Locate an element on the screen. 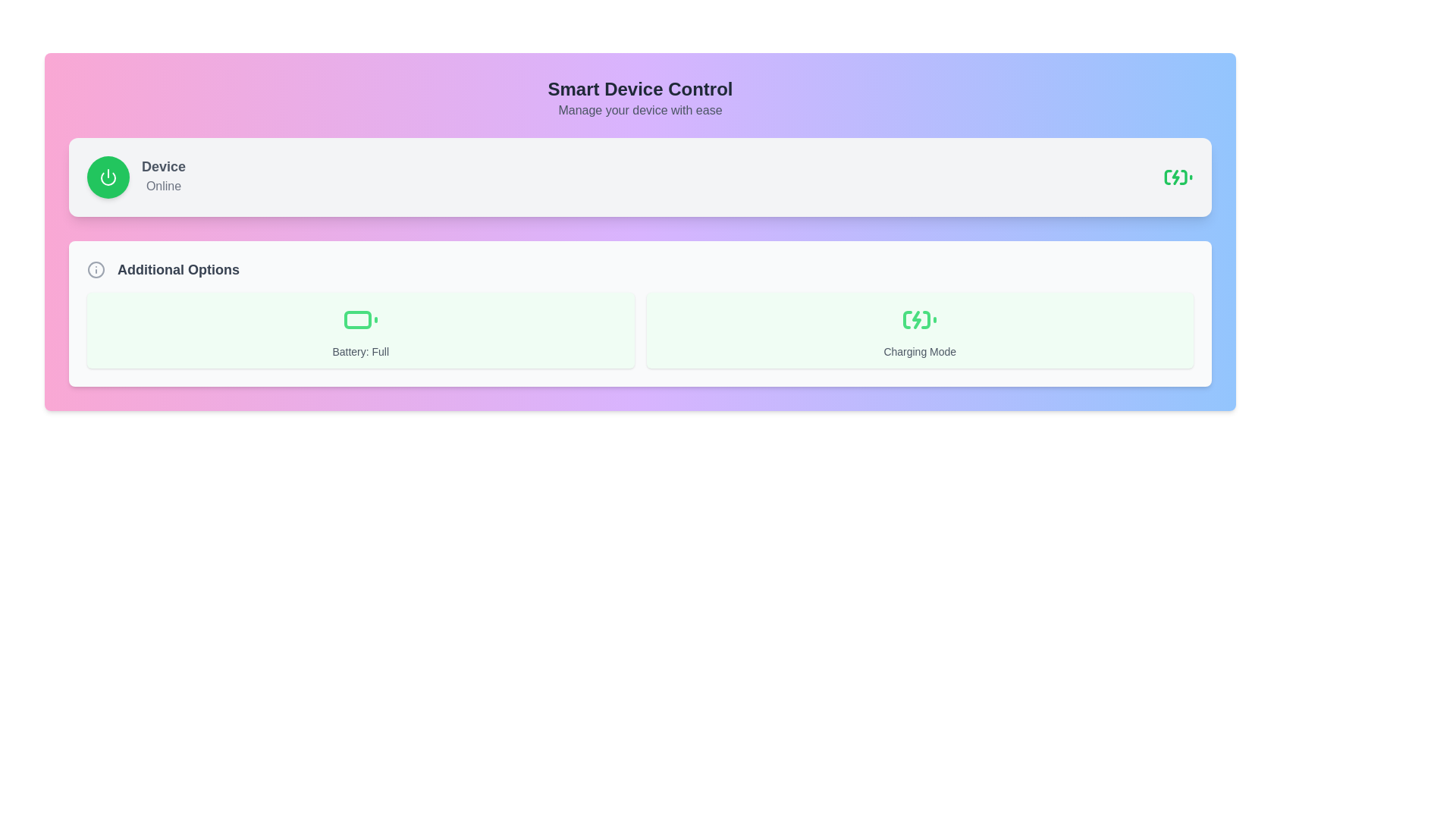 The image size is (1456, 819). the SVG circle element that serves as a visual cue for the 'Additional Options' section, located at the top-left corner adjacent to the section's header text is located at coordinates (95, 268).